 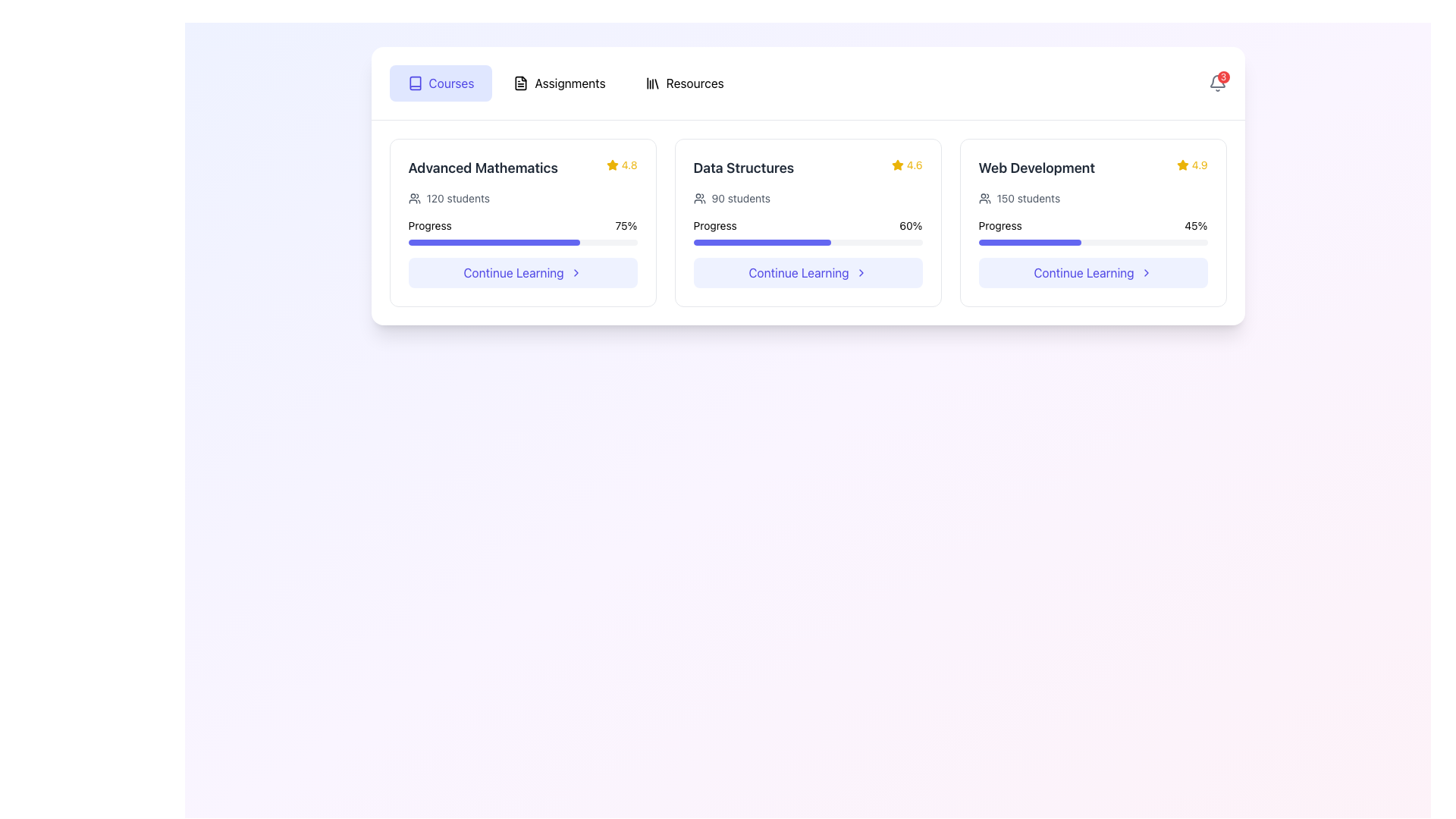 I want to click on the rating display component, which consists of a yellow star icon and the numeric rating '4.8', positioned to the right of the title 'Advanced Mathematics' in the top-right corner of the card, so click(x=622, y=165).